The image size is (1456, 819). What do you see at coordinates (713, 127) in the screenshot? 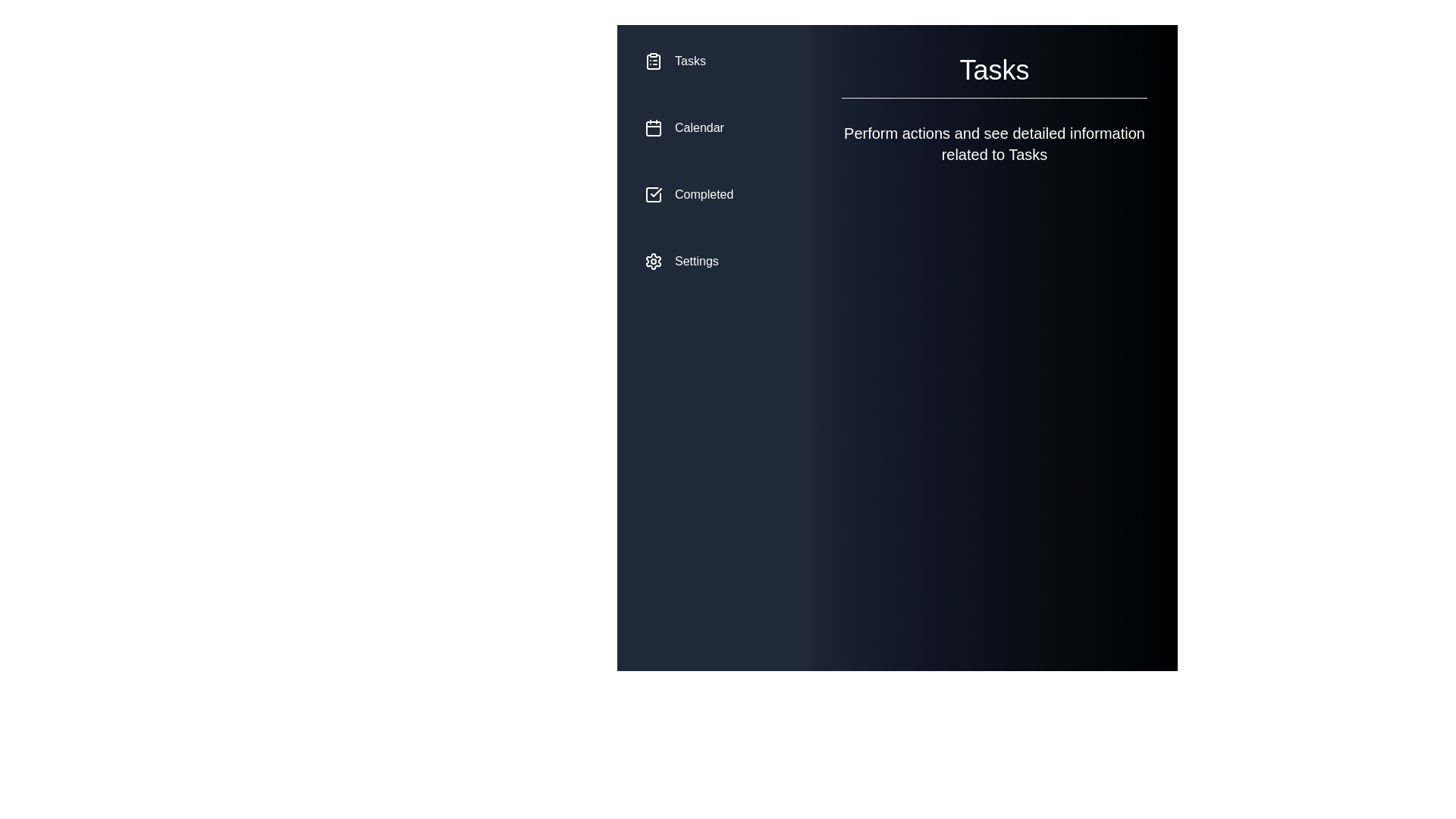
I see `the menu item Calendar to preview its state` at bounding box center [713, 127].